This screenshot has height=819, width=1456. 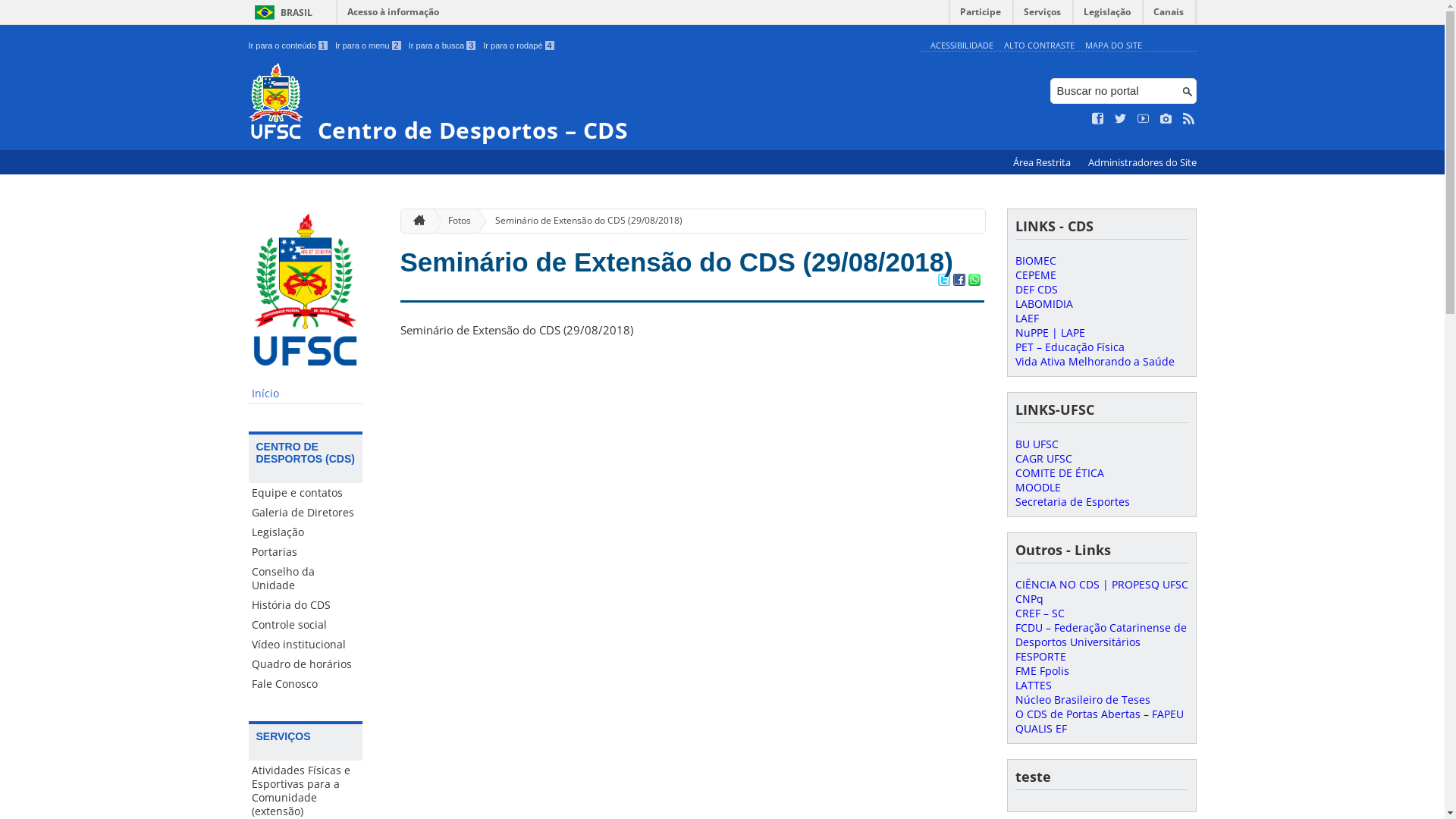 I want to click on 'MOODLE', so click(x=1037, y=487).